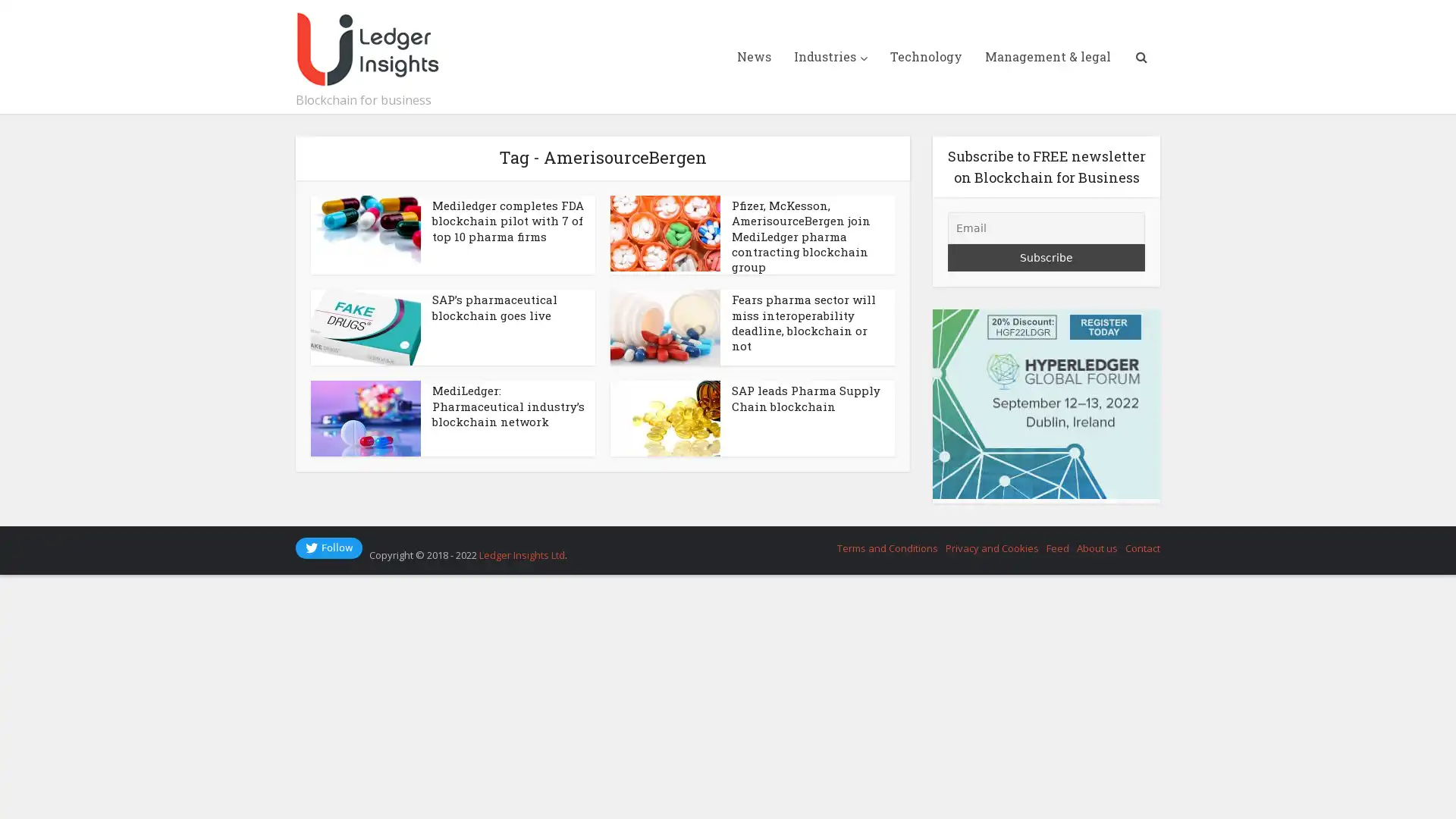  Describe the element at coordinates (1046, 256) in the screenshot. I see `Subscribe` at that location.